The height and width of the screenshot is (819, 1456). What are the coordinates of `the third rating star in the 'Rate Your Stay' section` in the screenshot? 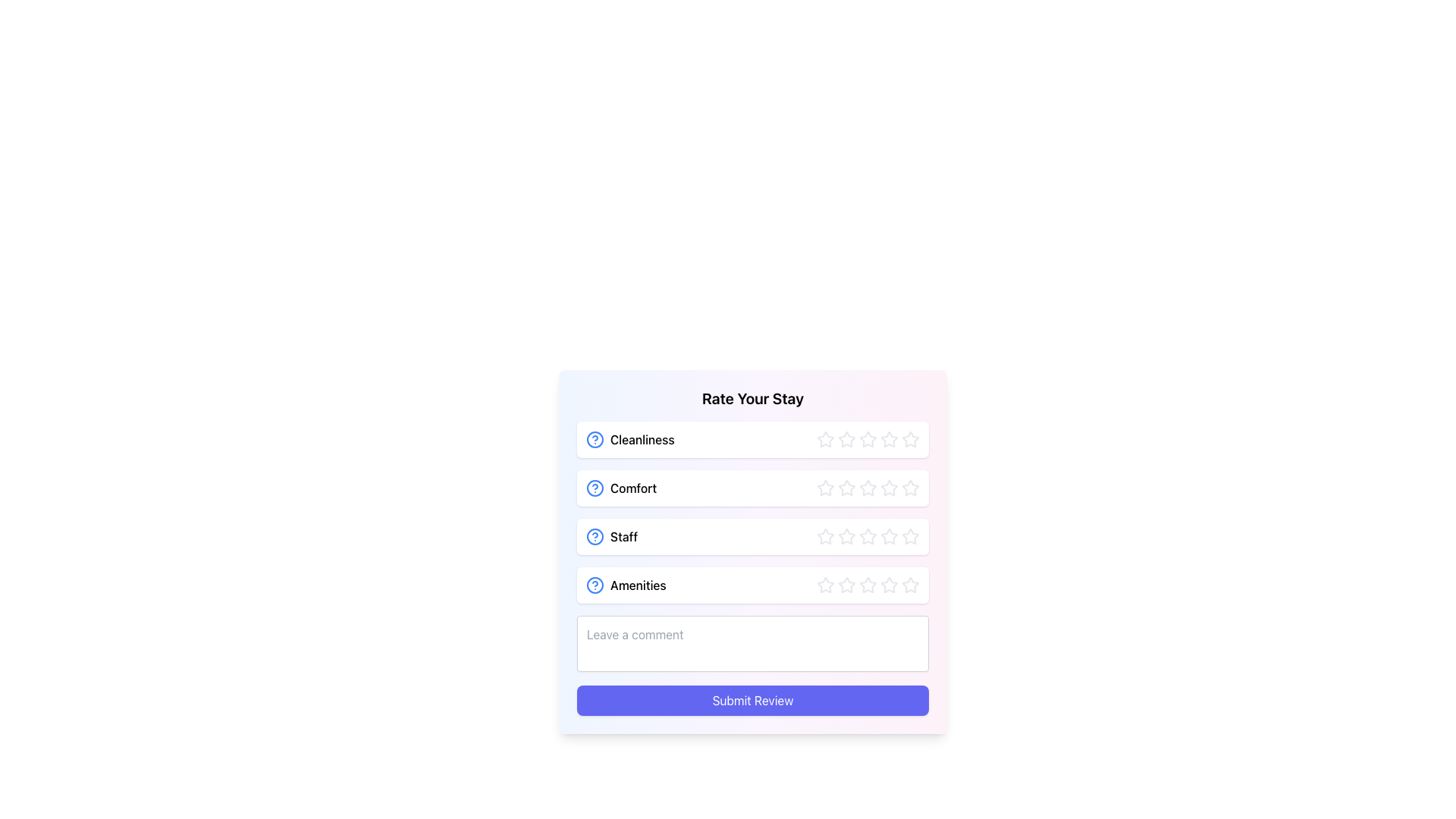 It's located at (868, 439).